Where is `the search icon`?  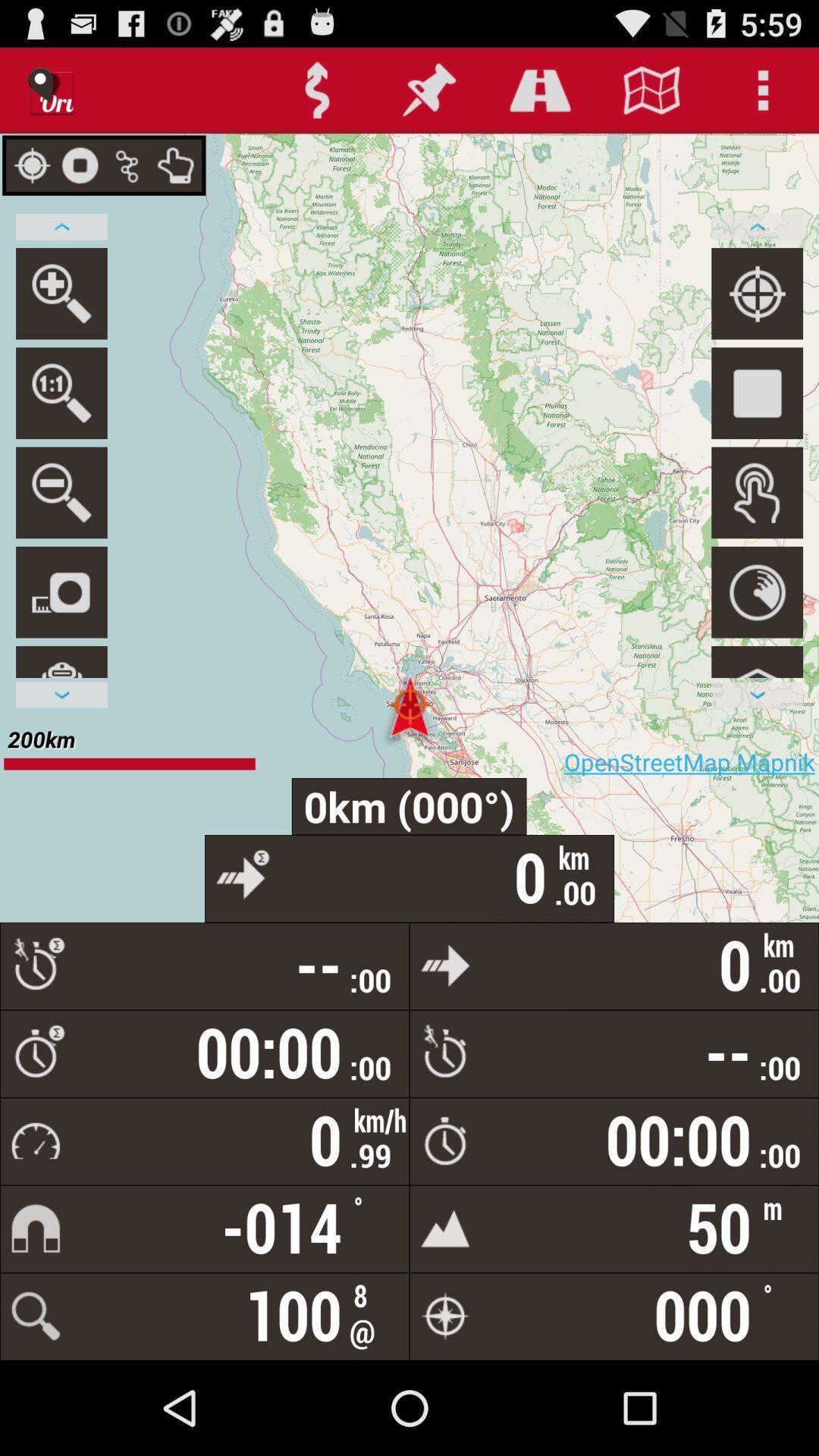 the search icon is located at coordinates (61, 313).